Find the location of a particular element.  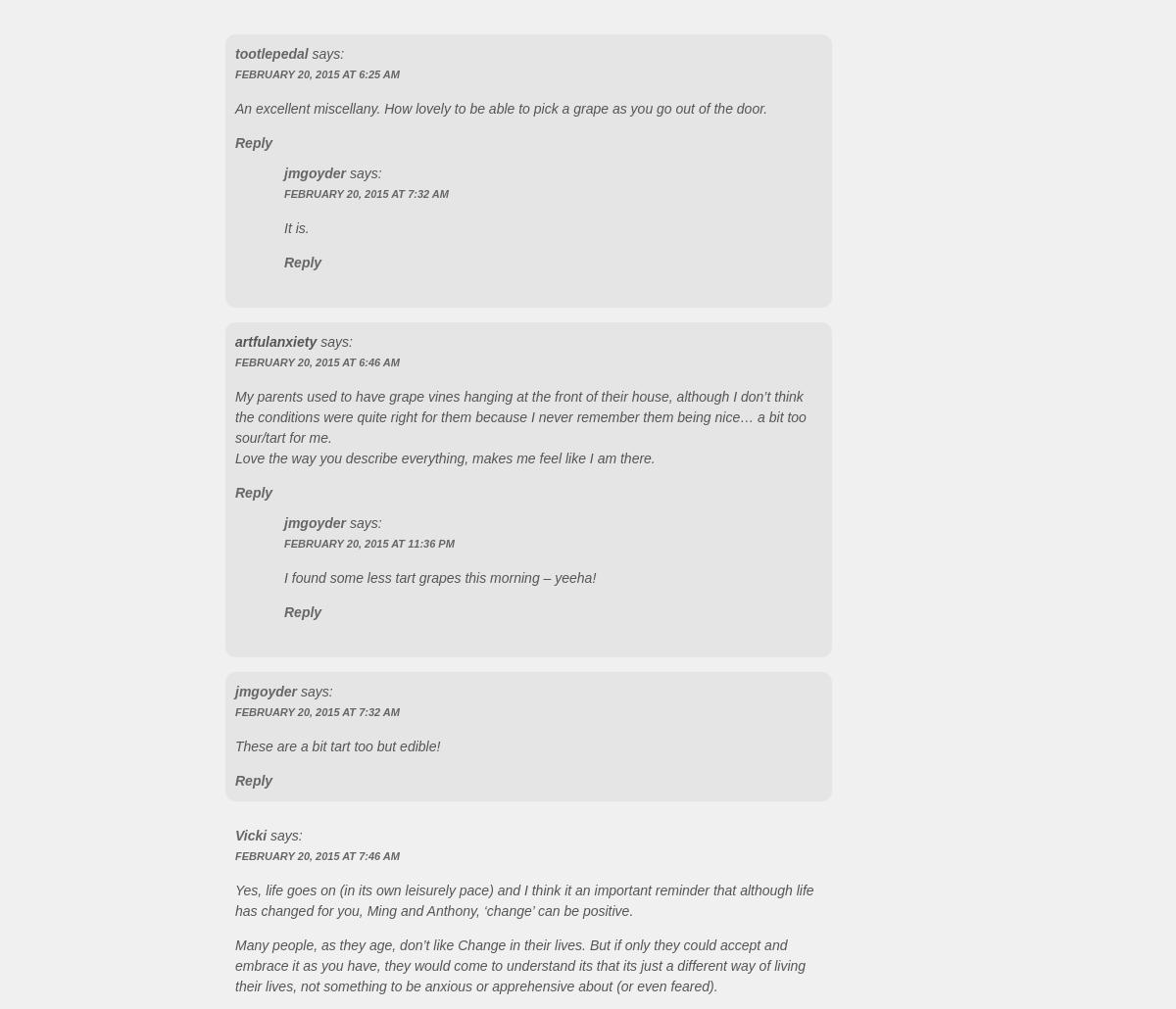

'February 20, 2015 at 6:46 AM' is located at coordinates (234, 361).